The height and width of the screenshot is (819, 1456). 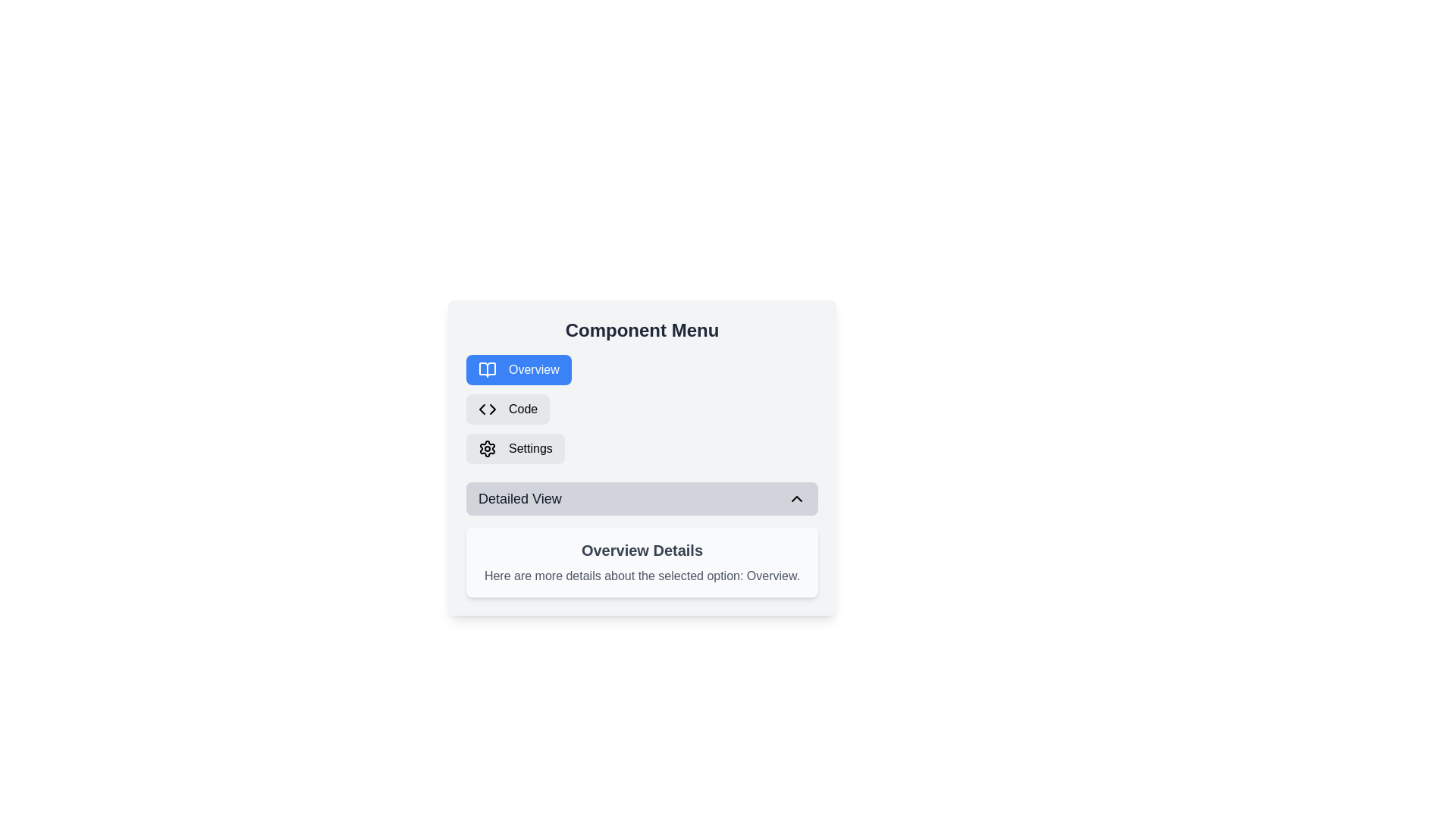 I want to click on the settings button located in the third position of a vertical stack of options, so click(x=515, y=447).